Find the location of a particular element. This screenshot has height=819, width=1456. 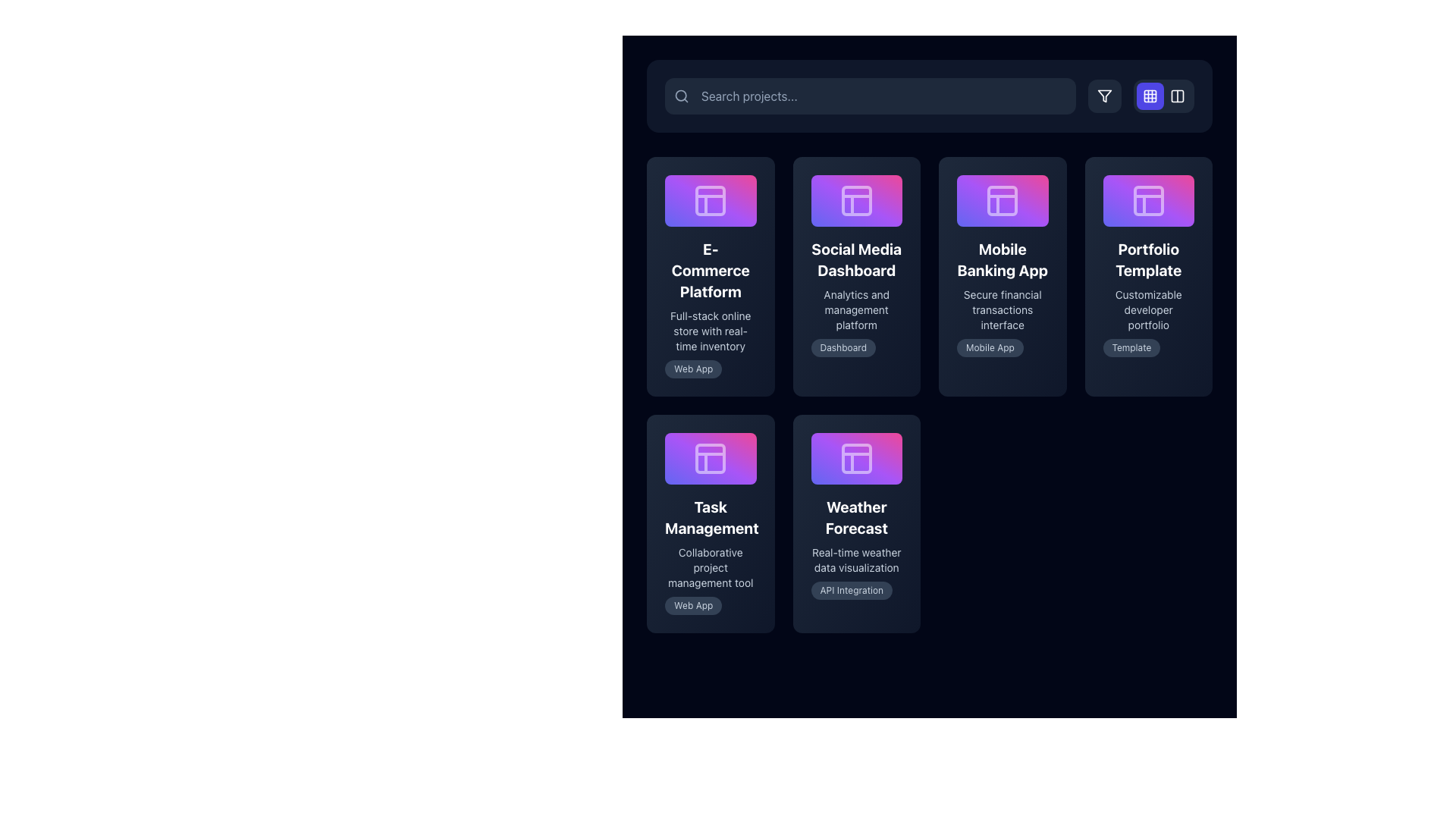

the decorative graphic or icon with a gradient background and a white interface layout icon located in the 'Mobile Banking App' card, in the second column of the top row of the grid layout is located at coordinates (1003, 199).